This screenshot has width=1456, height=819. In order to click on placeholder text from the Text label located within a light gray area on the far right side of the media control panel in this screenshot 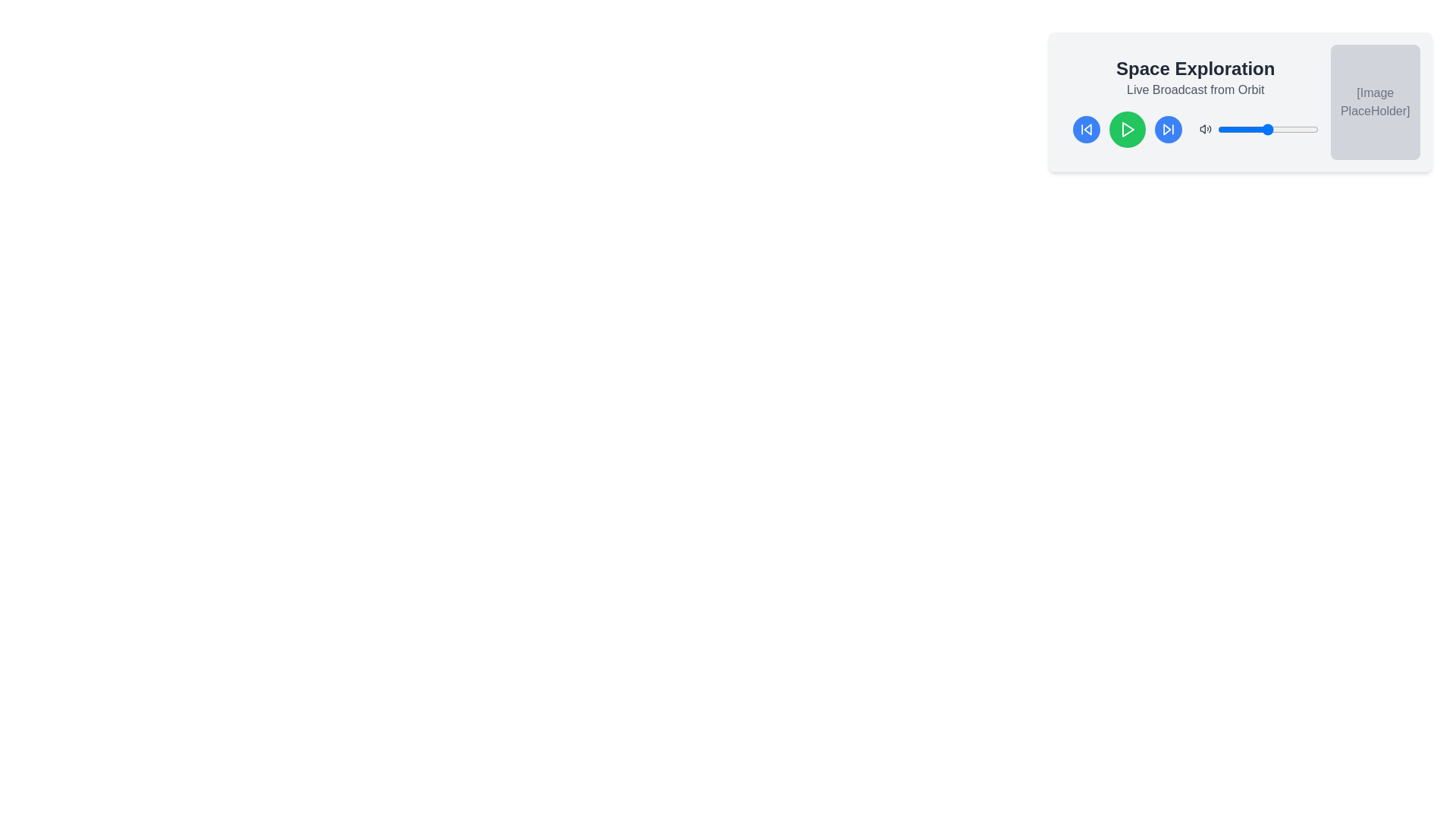, I will do `click(1375, 102)`.